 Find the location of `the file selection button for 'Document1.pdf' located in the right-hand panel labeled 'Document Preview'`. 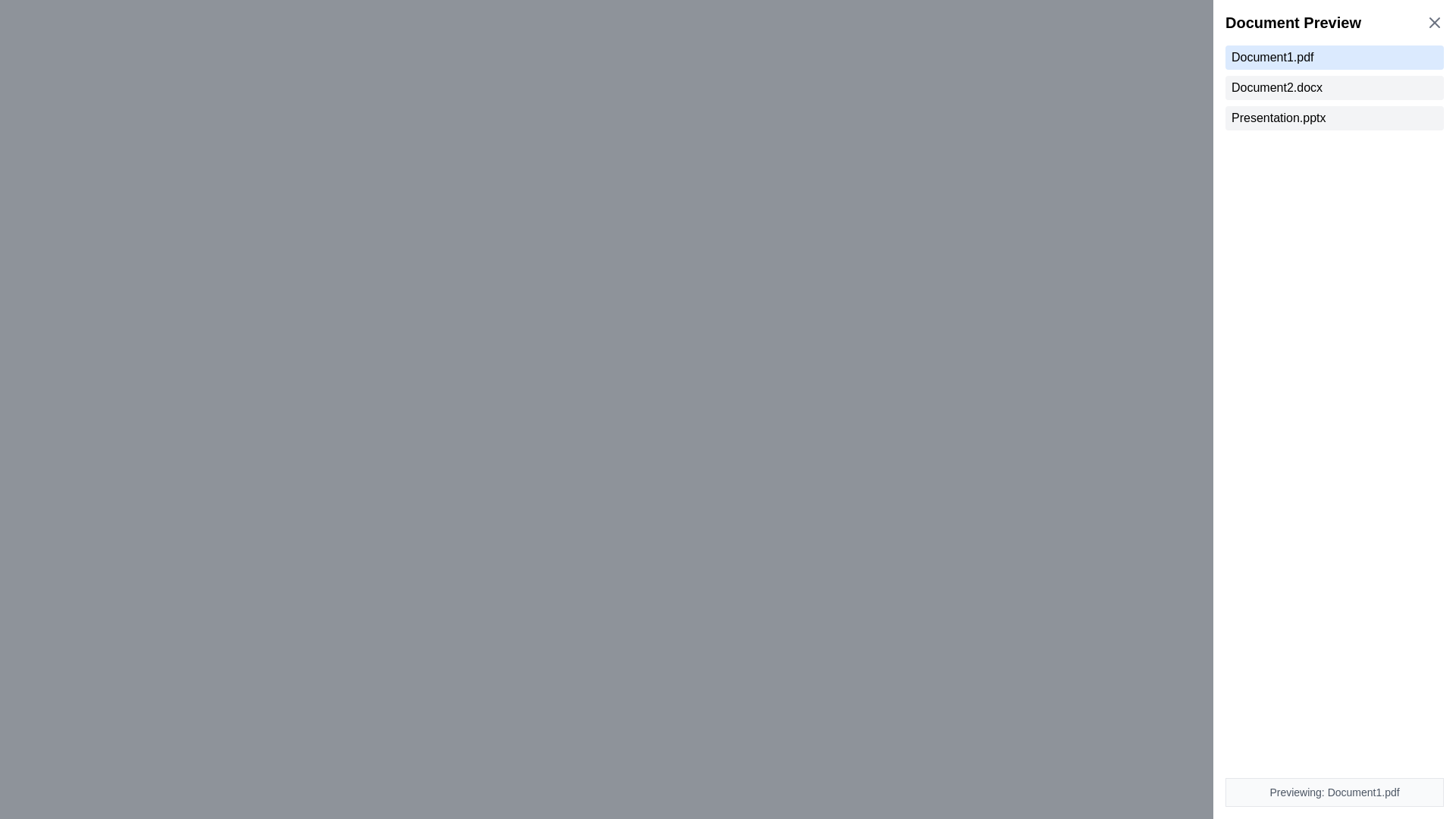

the file selection button for 'Document1.pdf' located in the right-hand panel labeled 'Document Preview' is located at coordinates (1335, 57).